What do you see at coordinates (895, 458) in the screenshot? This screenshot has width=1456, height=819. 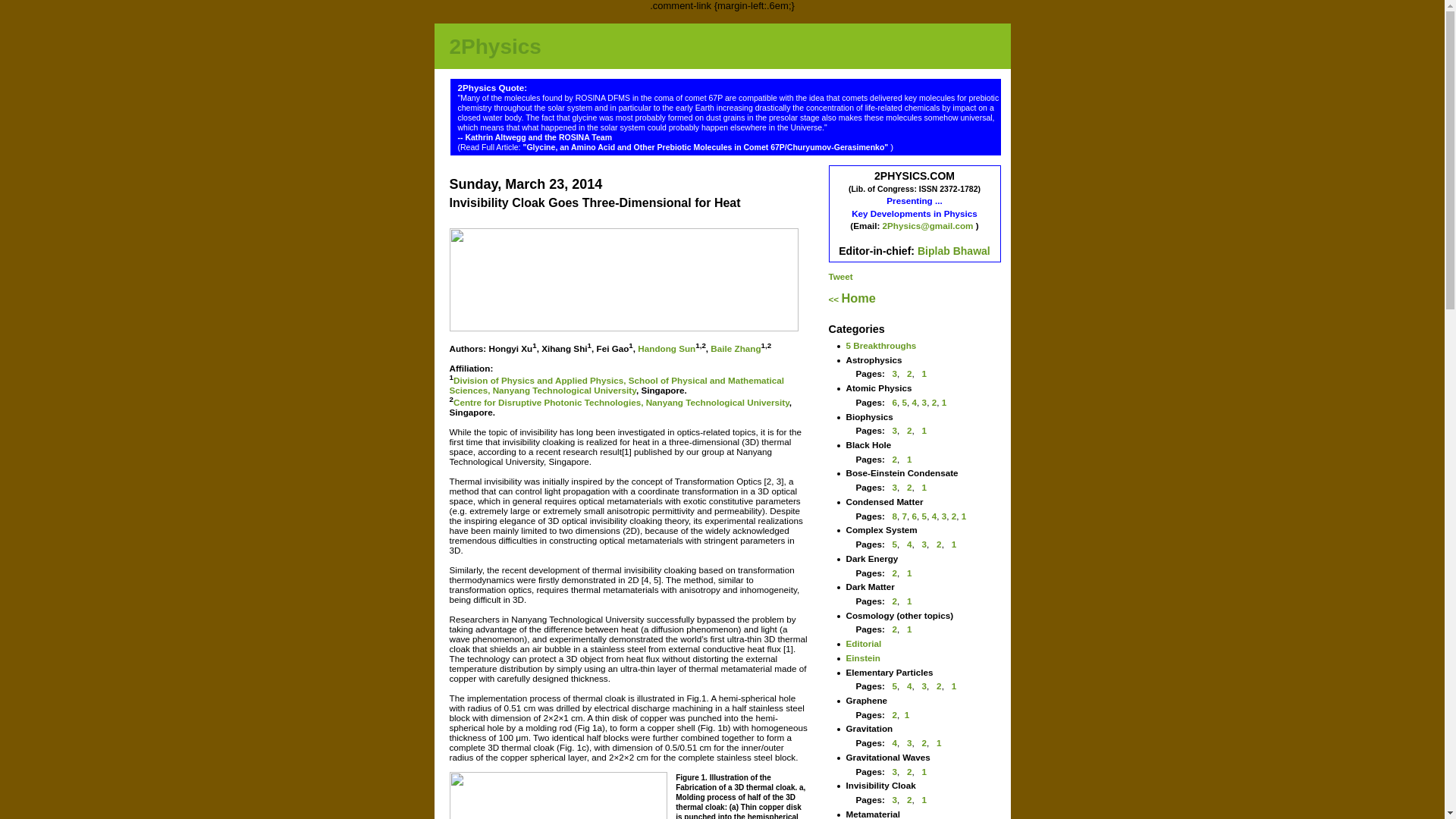 I see `'2'` at bounding box center [895, 458].